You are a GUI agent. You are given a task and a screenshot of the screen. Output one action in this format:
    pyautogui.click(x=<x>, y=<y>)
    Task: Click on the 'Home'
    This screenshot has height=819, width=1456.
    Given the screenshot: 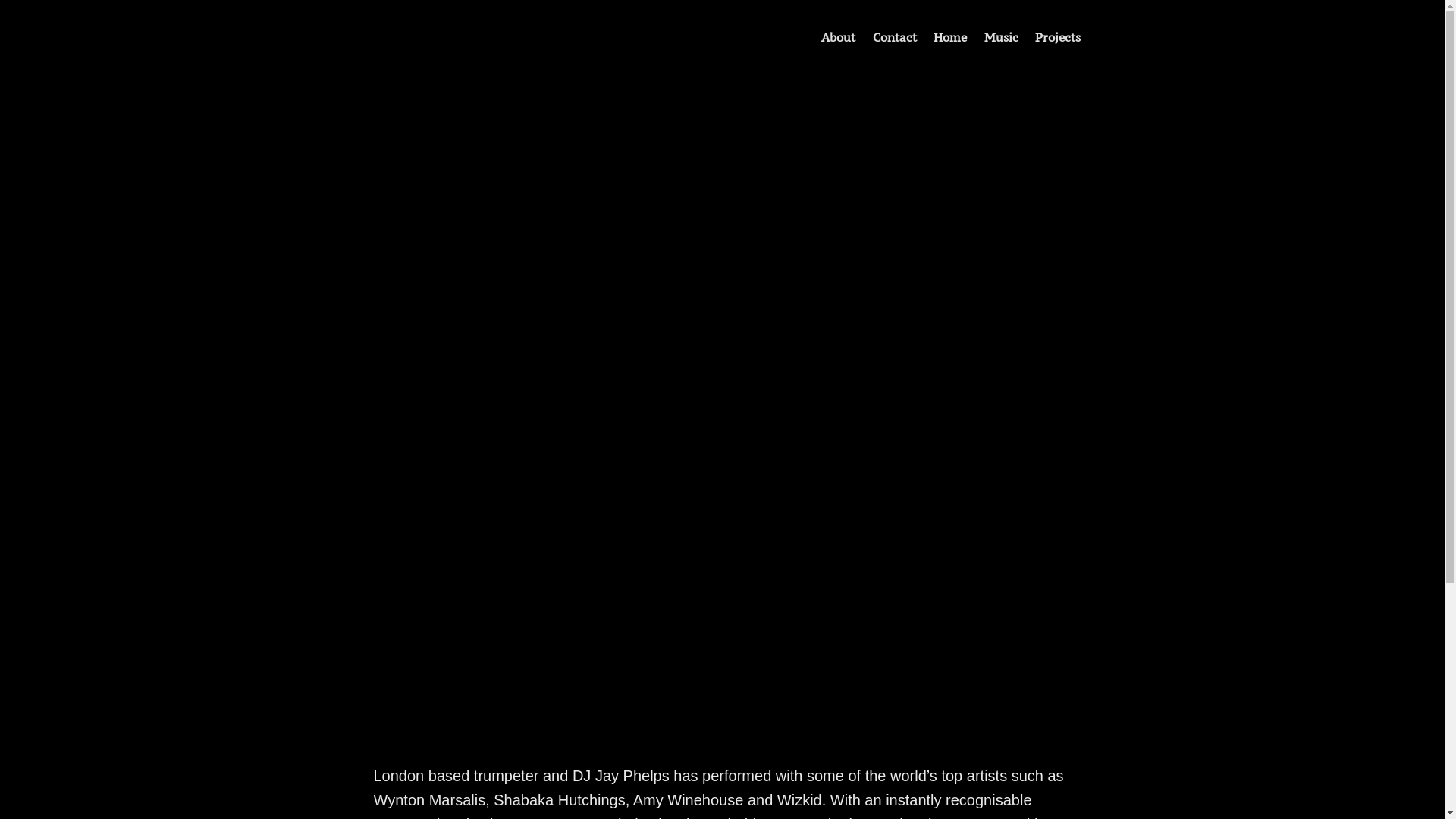 What is the action you would take?
    pyautogui.click(x=949, y=35)
    